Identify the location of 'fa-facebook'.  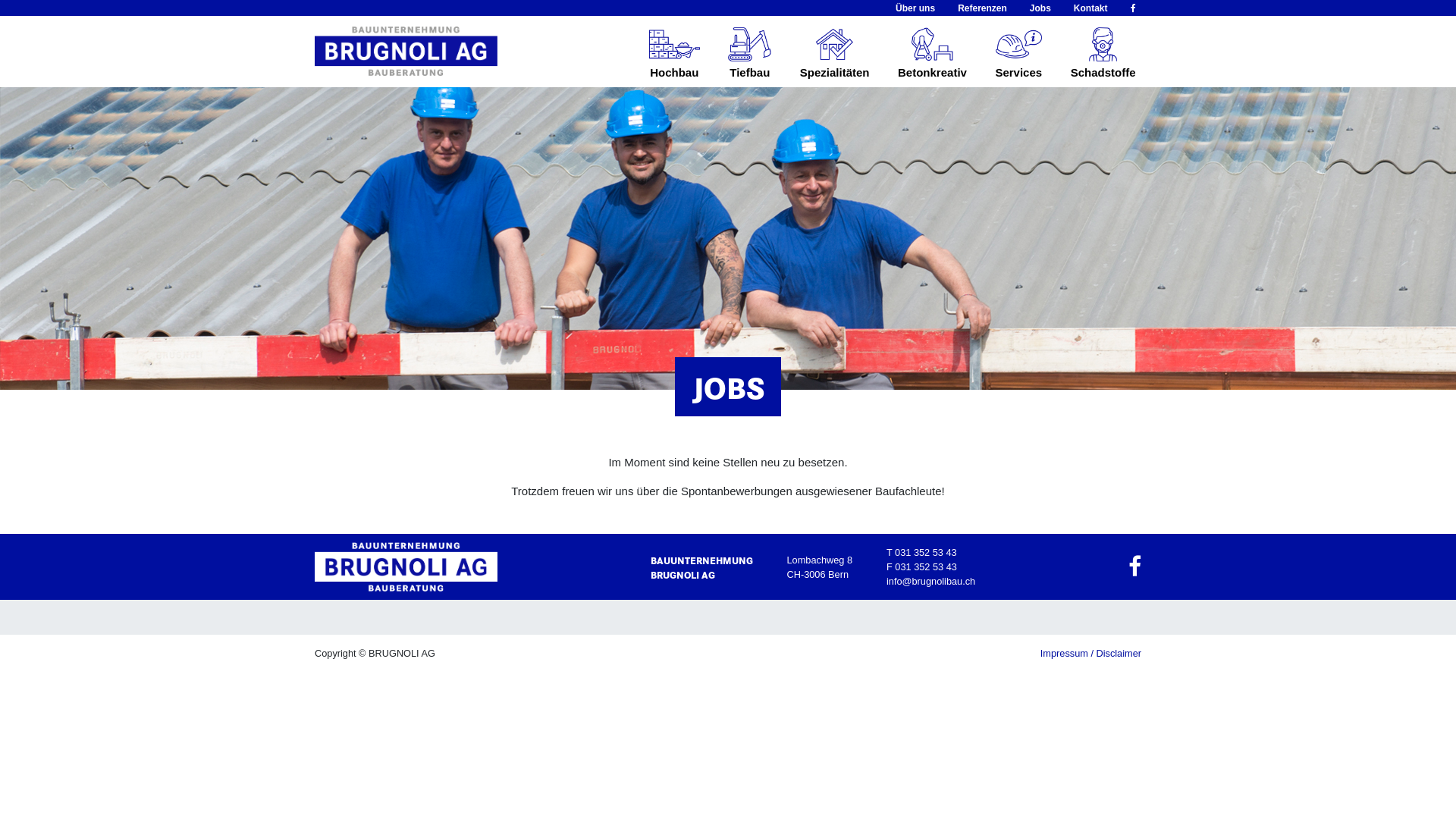
(1131, 8).